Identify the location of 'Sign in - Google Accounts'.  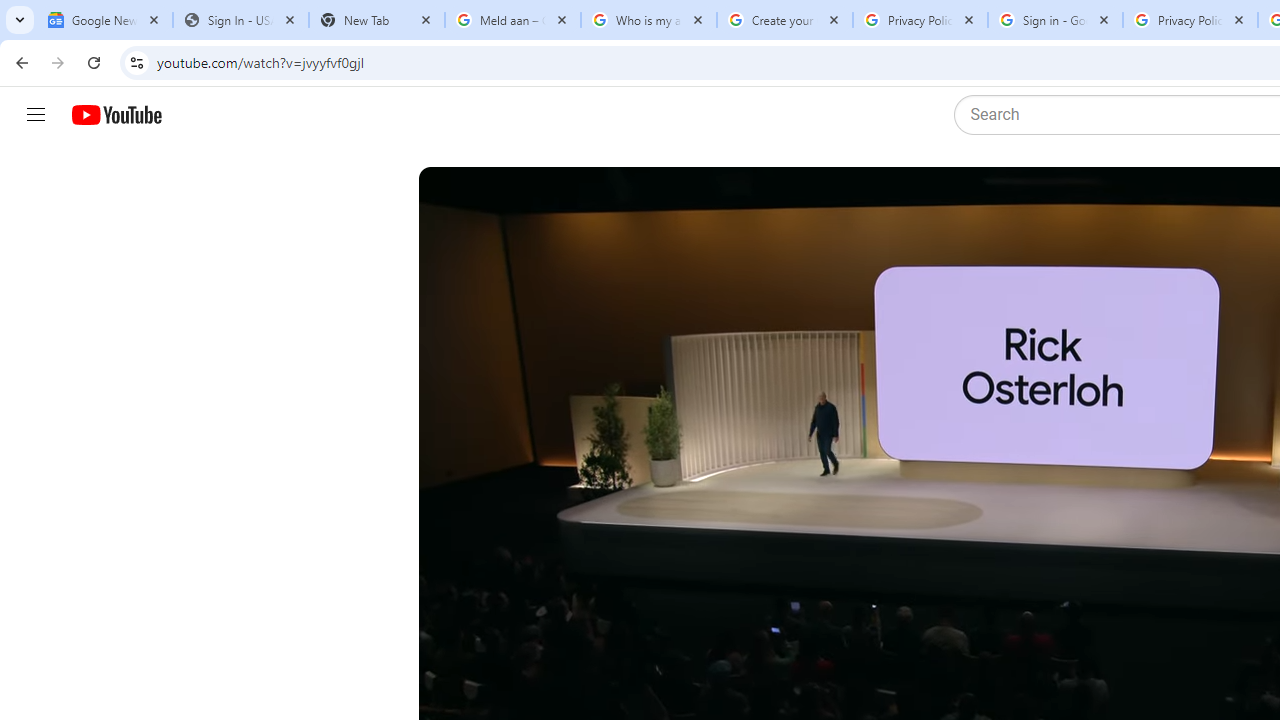
(1054, 20).